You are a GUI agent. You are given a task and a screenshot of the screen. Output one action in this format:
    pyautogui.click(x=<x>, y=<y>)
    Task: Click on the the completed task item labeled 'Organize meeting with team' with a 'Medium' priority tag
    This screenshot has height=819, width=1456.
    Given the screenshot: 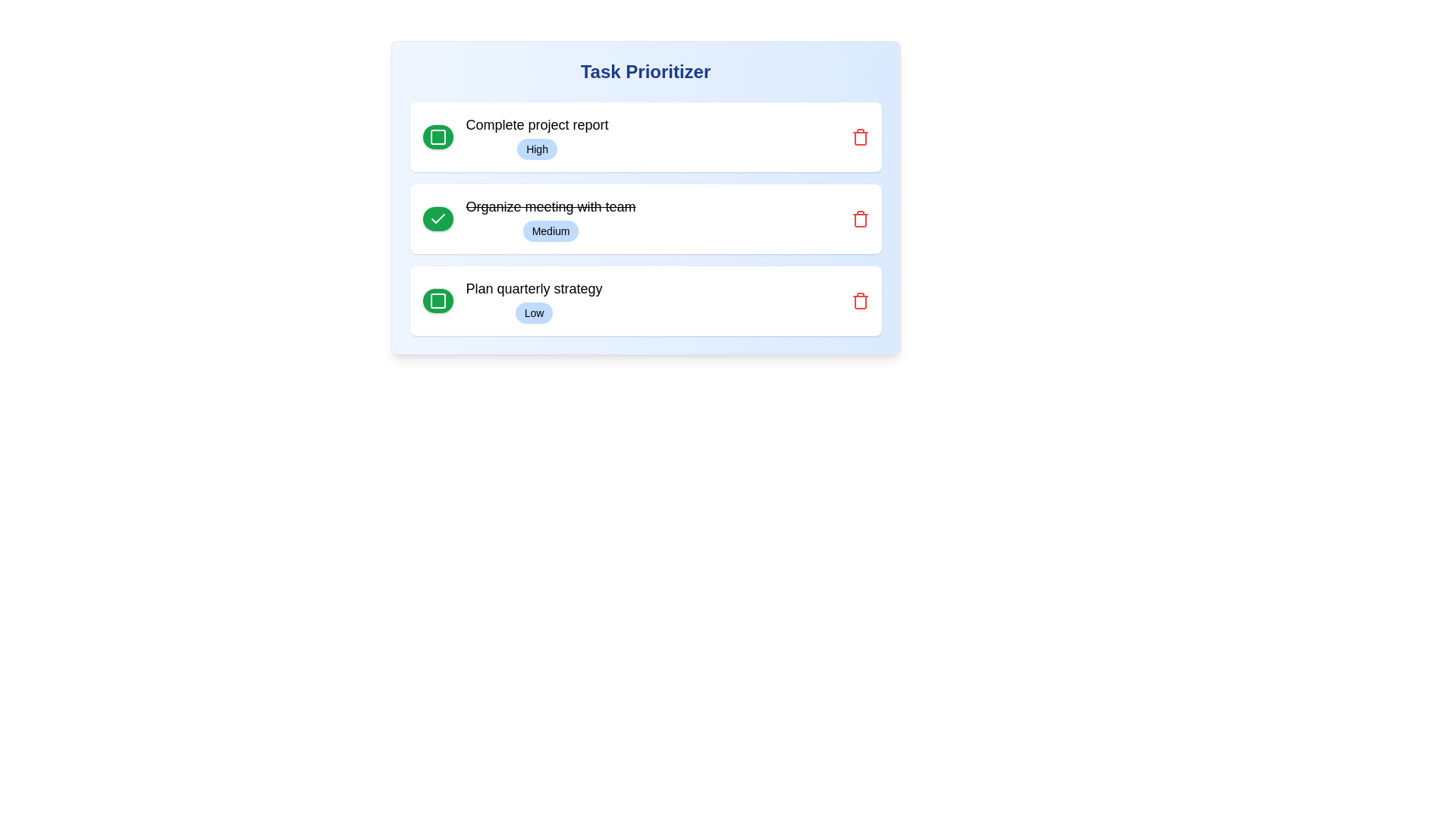 What is the action you would take?
    pyautogui.click(x=550, y=219)
    